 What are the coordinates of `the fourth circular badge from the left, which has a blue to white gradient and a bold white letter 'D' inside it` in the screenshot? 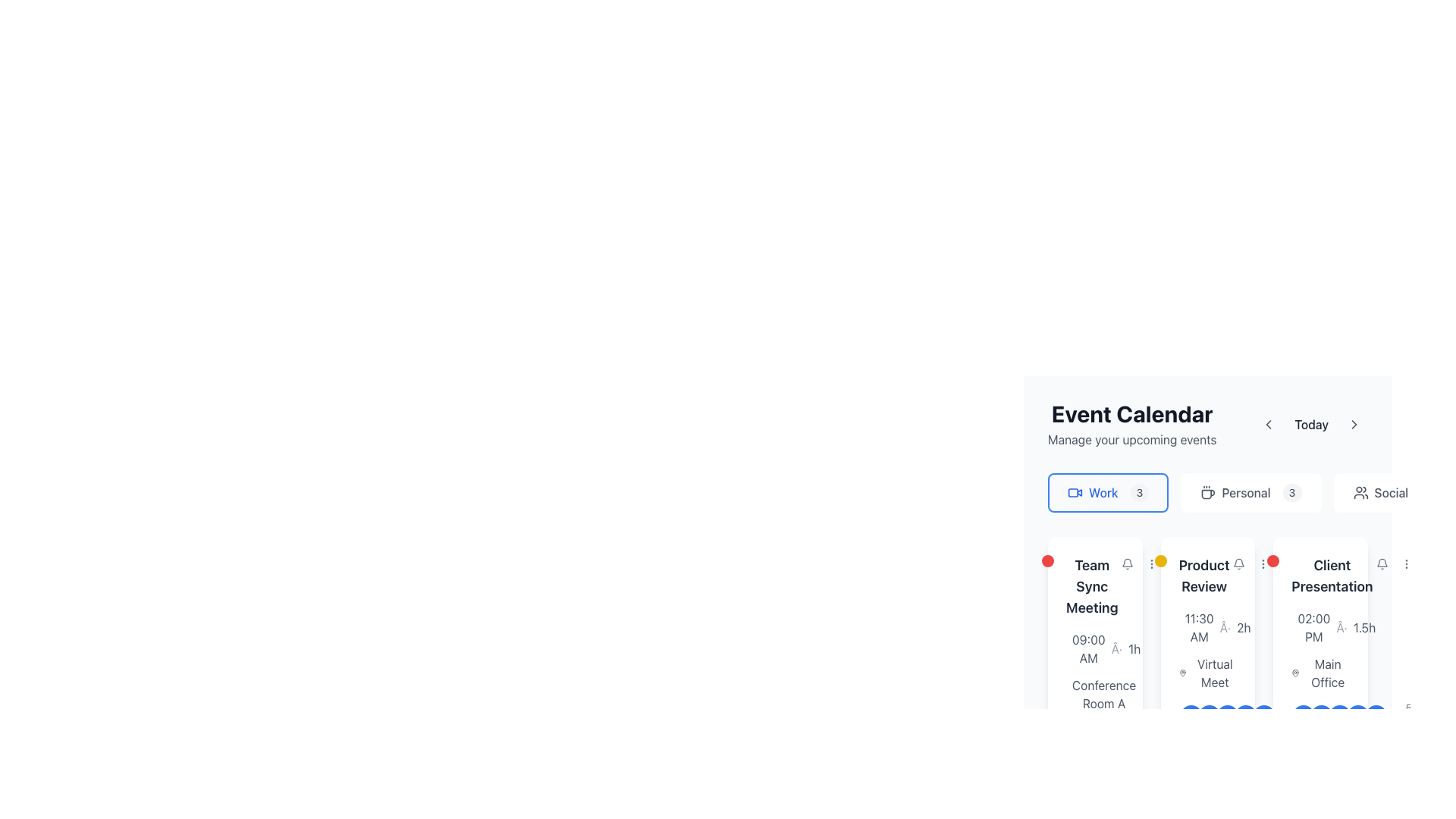 It's located at (1245, 716).